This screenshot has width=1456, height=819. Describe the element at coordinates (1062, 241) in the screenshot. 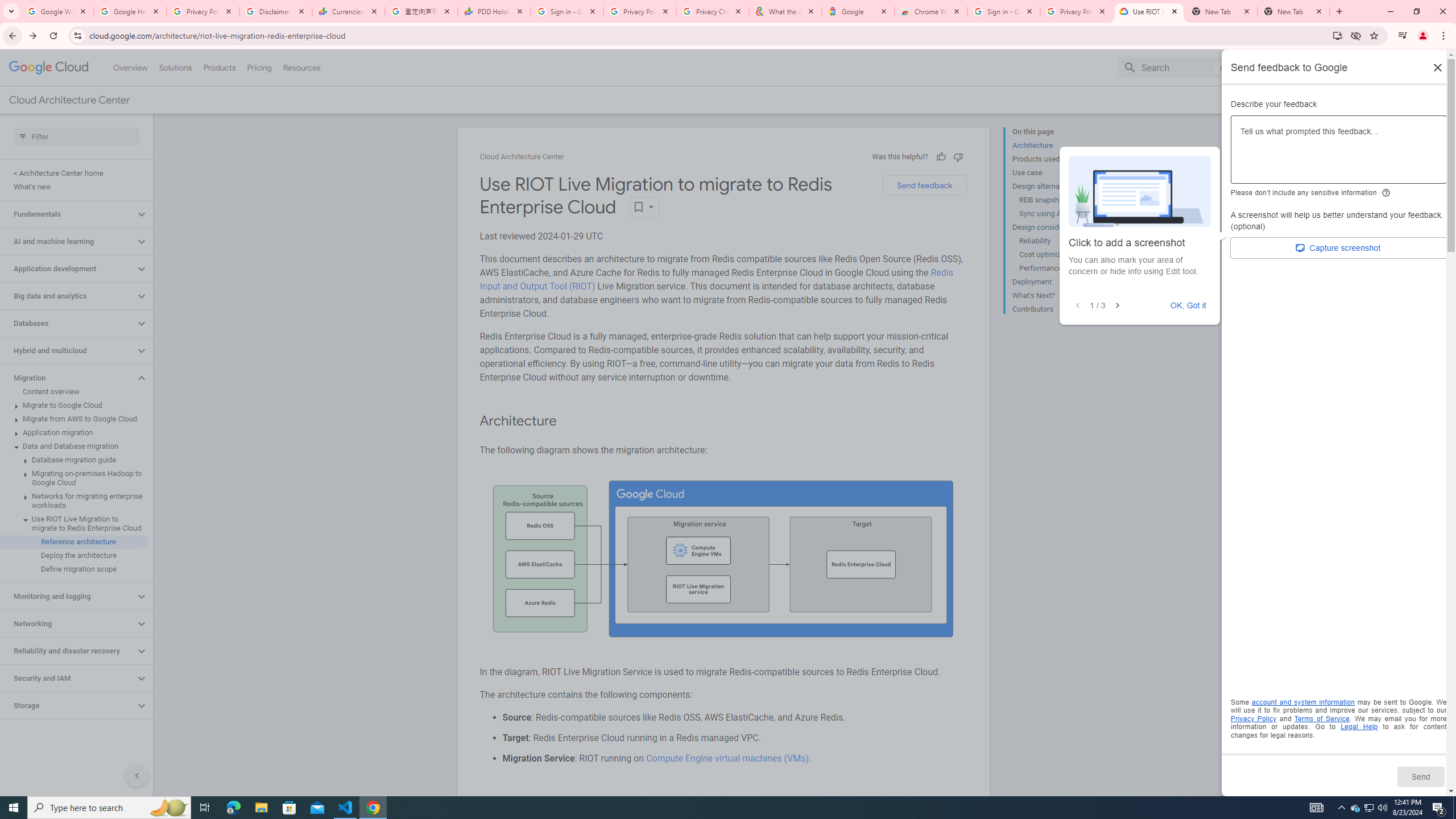

I see `'Reliability'` at that location.